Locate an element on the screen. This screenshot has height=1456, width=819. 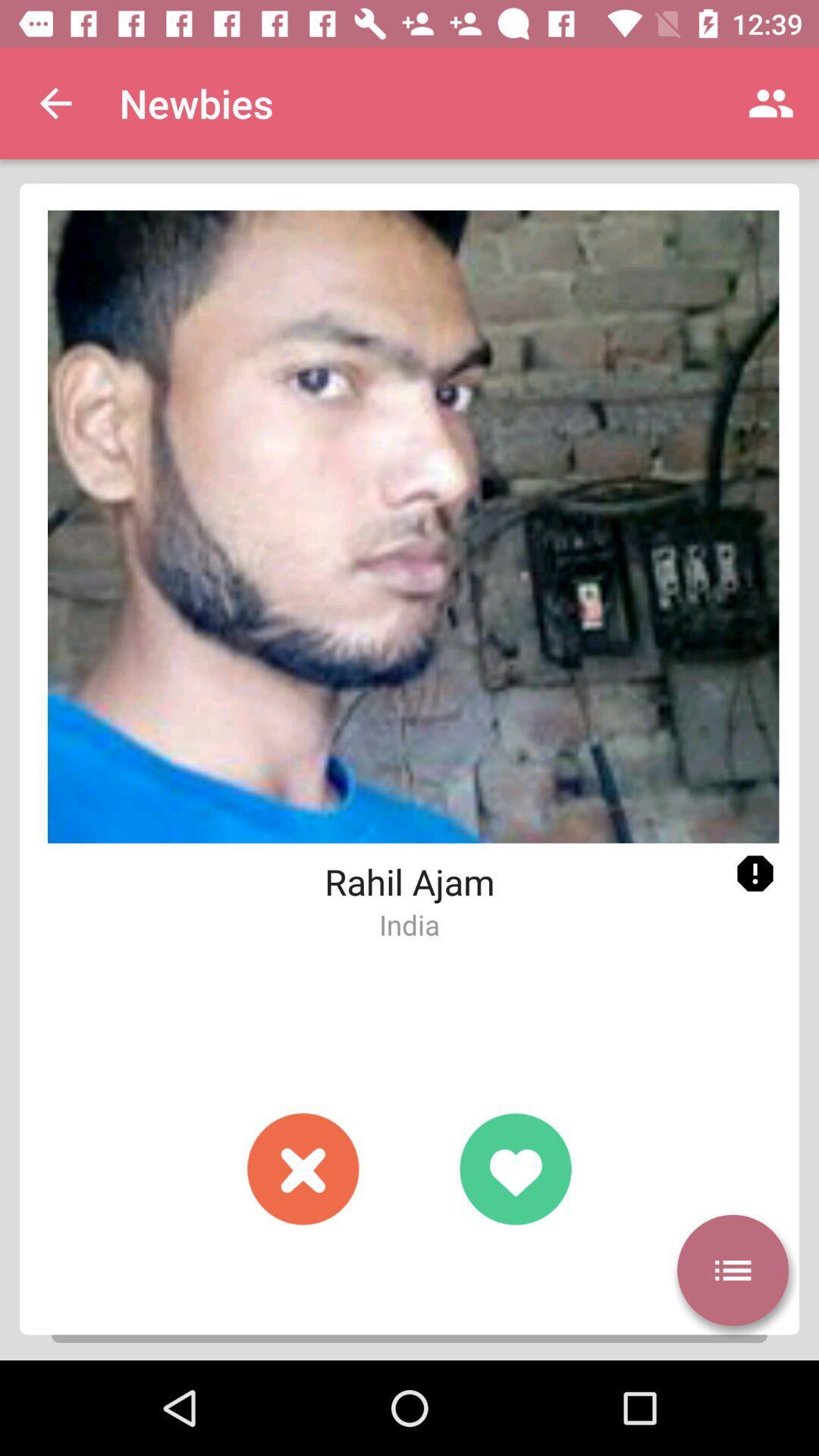
to like is located at coordinates (514, 1168).